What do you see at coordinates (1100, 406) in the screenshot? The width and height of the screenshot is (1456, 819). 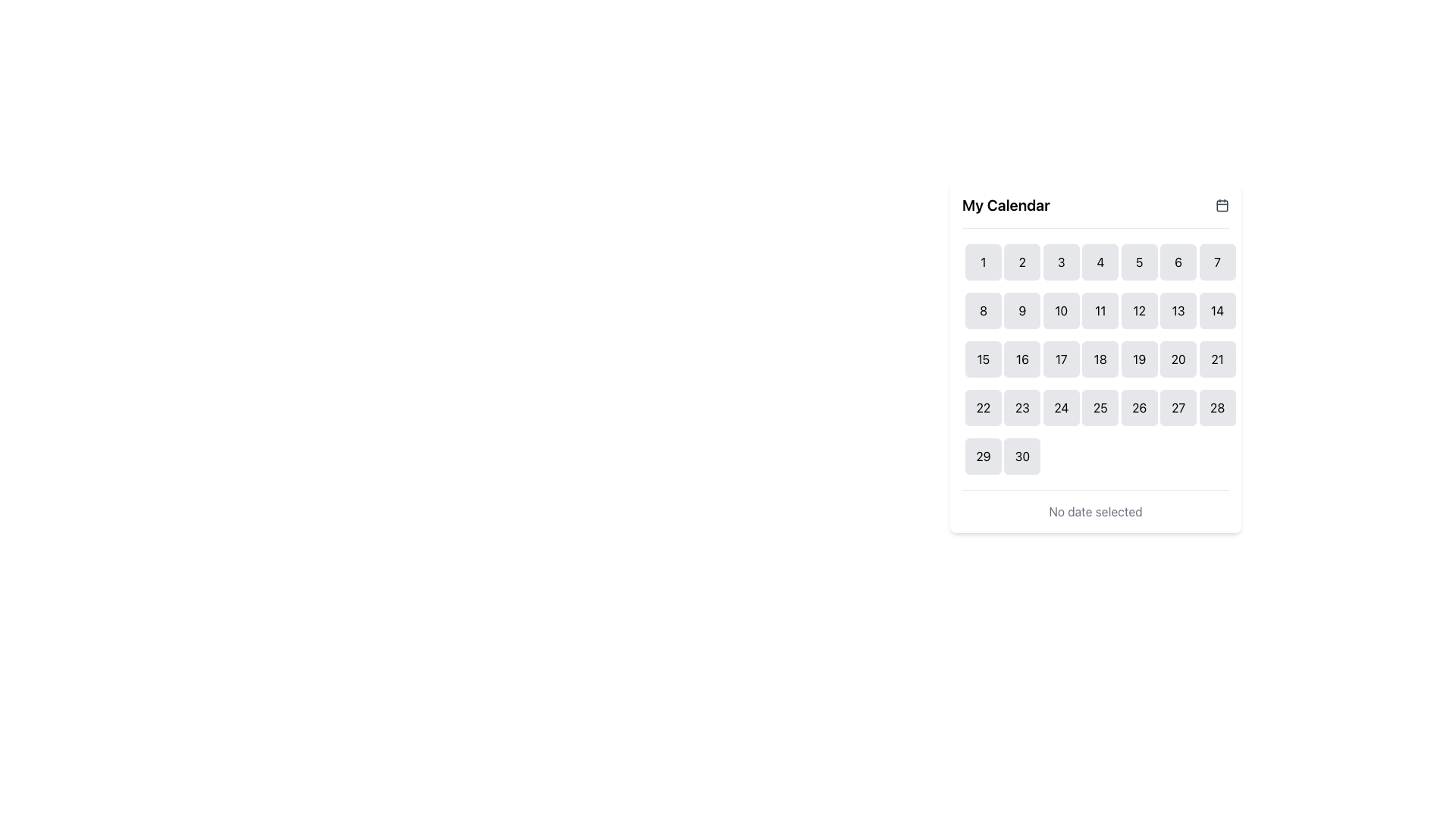 I see `the calendar cell representing the 25th day` at bounding box center [1100, 406].